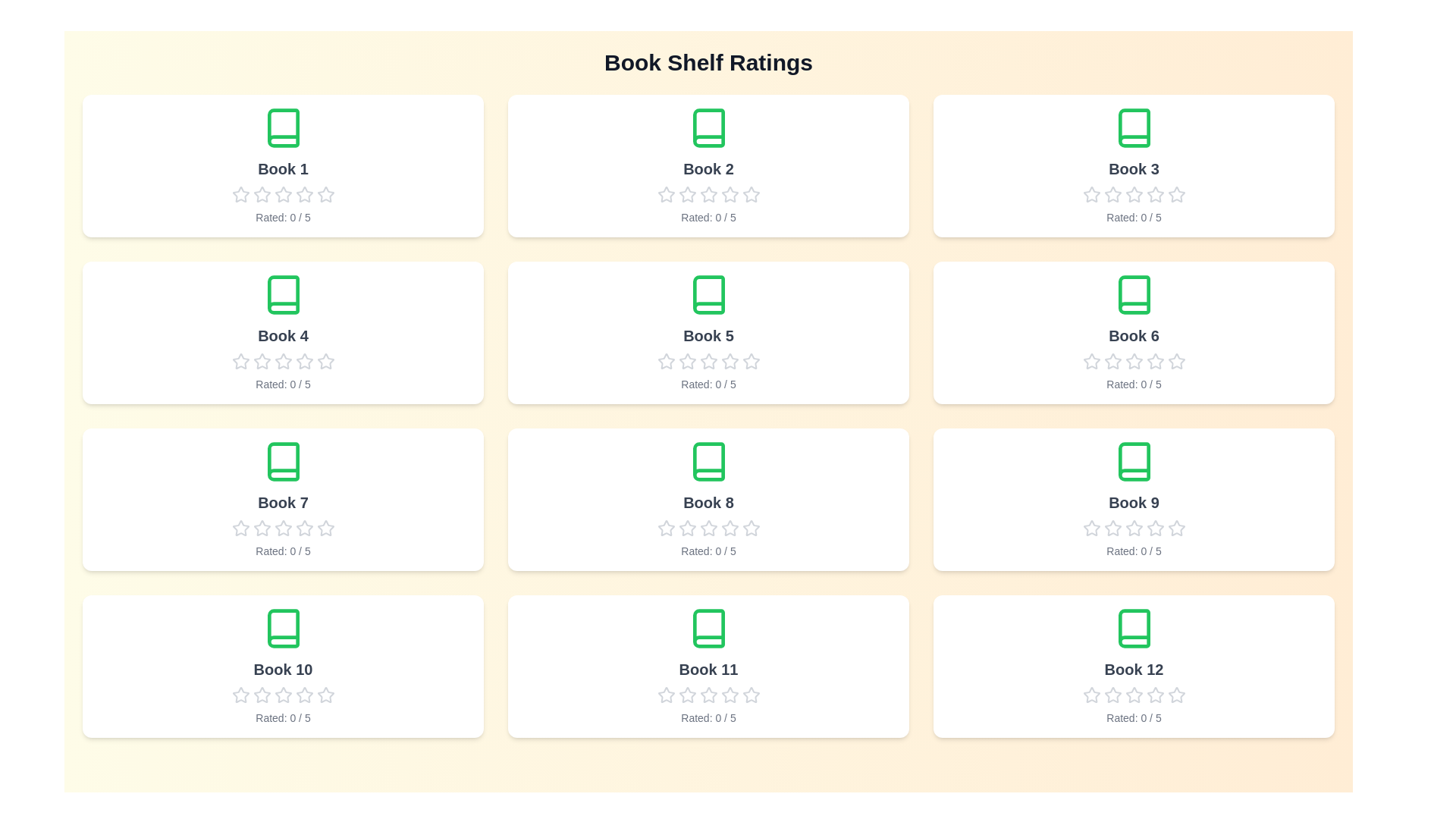 This screenshot has width=1456, height=819. What do you see at coordinates (283, 127) in the screenshot?
I see `the book icon for Book 1 to trigger visual feedback` at bounding box center [283, 127].